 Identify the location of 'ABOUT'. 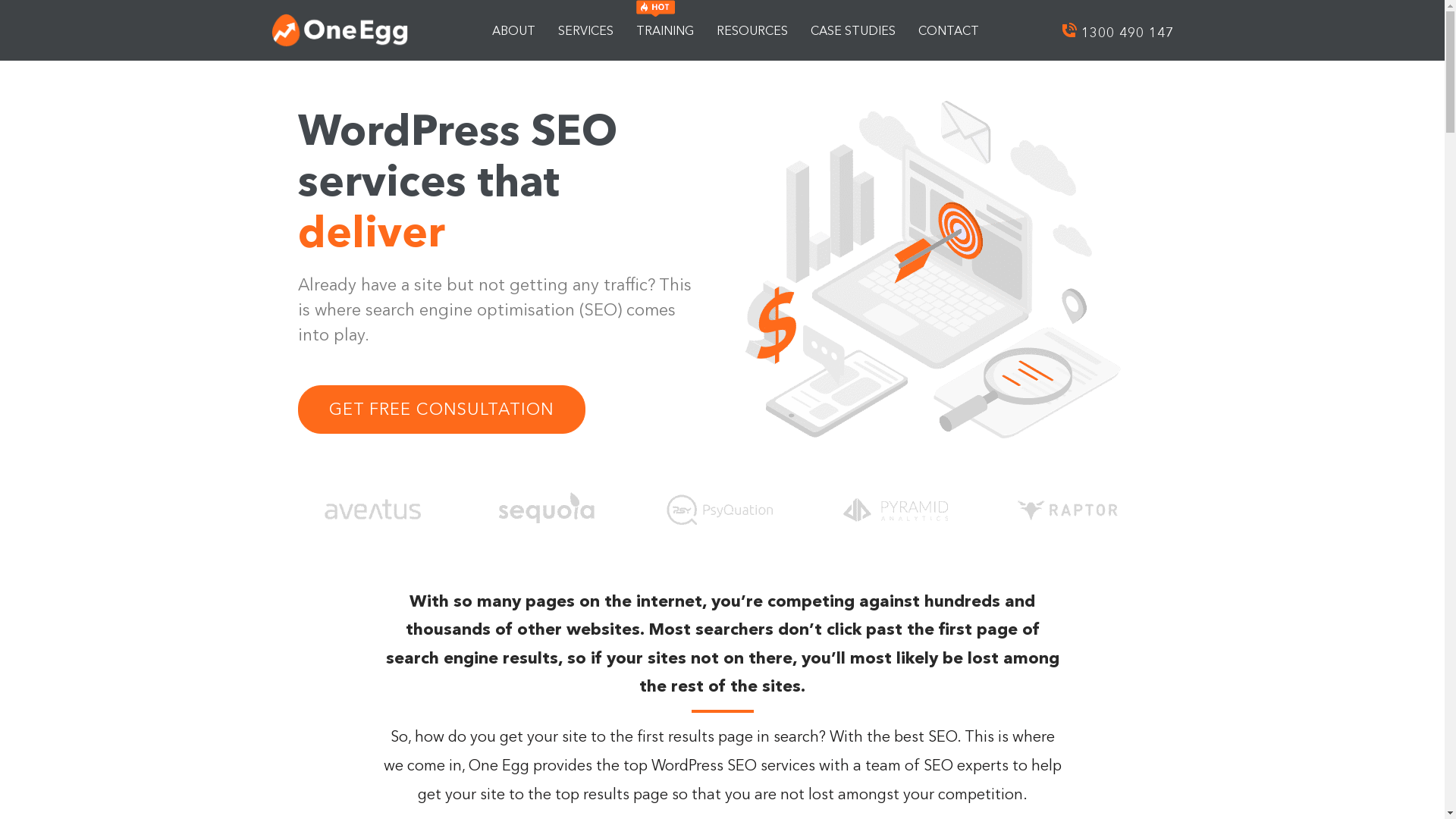
(513, 30).